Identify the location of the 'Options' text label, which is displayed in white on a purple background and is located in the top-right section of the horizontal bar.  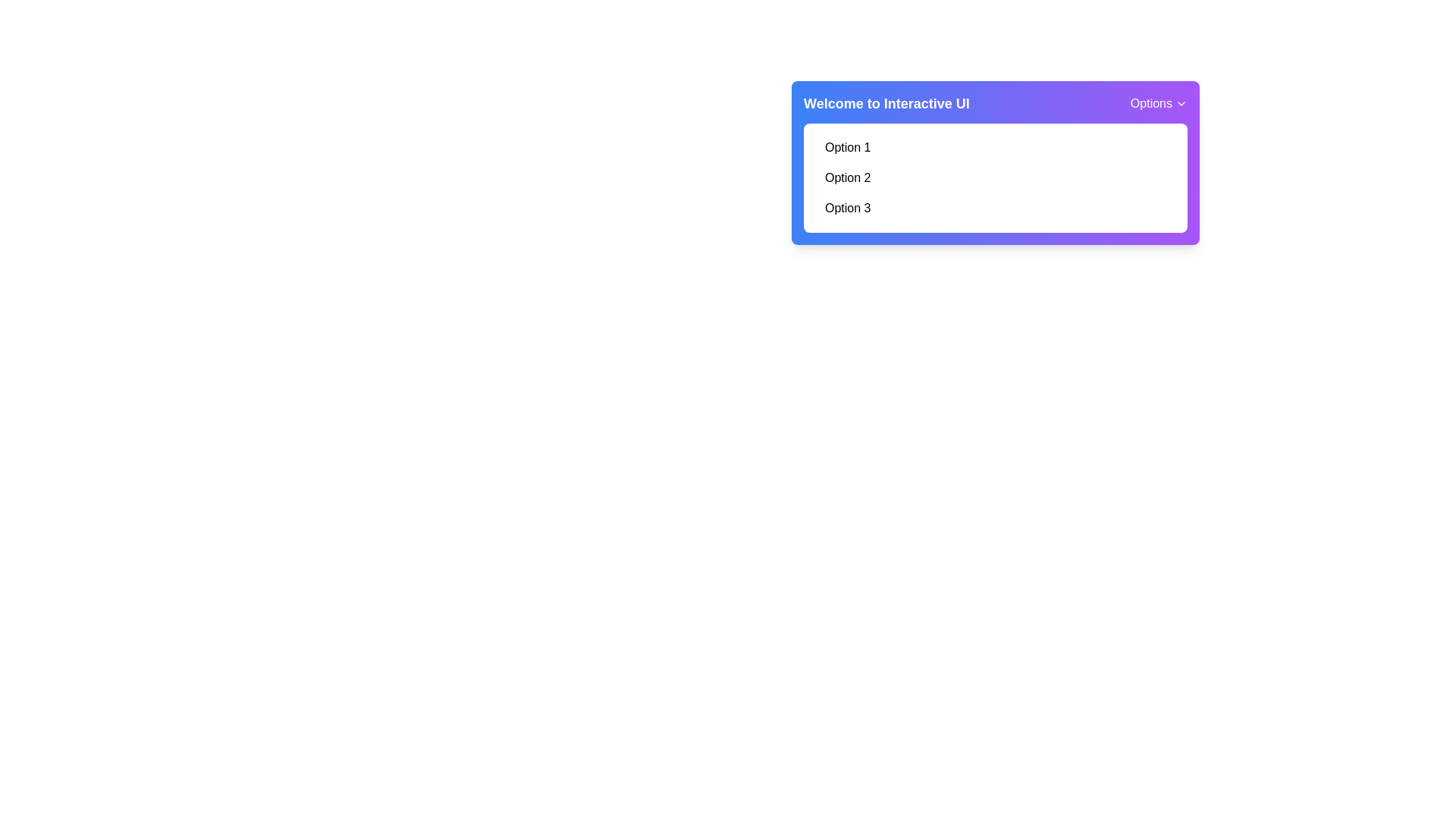
(1151, 103).